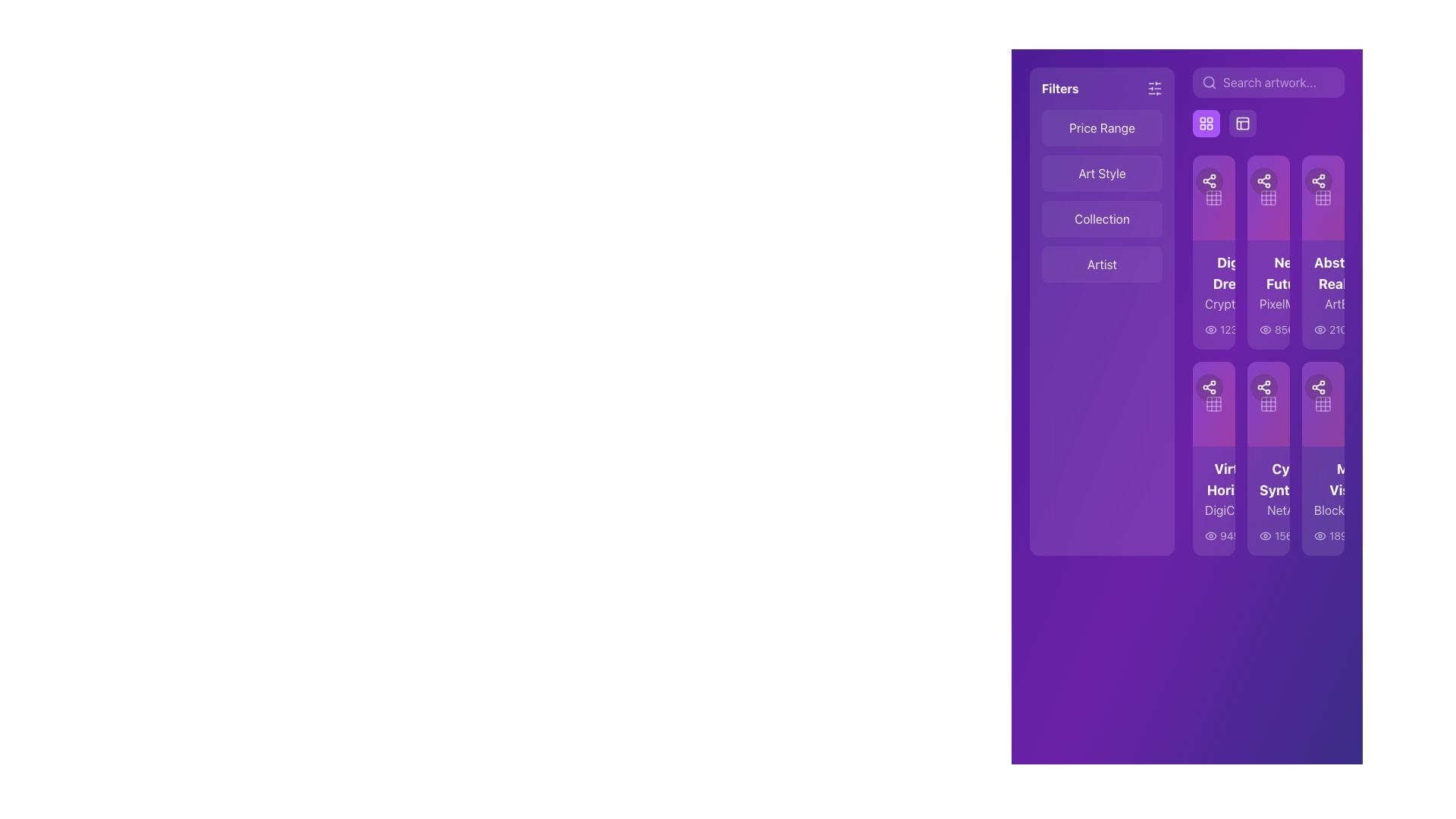 The height and width of the screenshot is (819, 1456). I want to click on the text element displaying '85667' with an eye icon prefix, located below the 'Neon Futures' header in the second column of the grid, so click(1269, 329).